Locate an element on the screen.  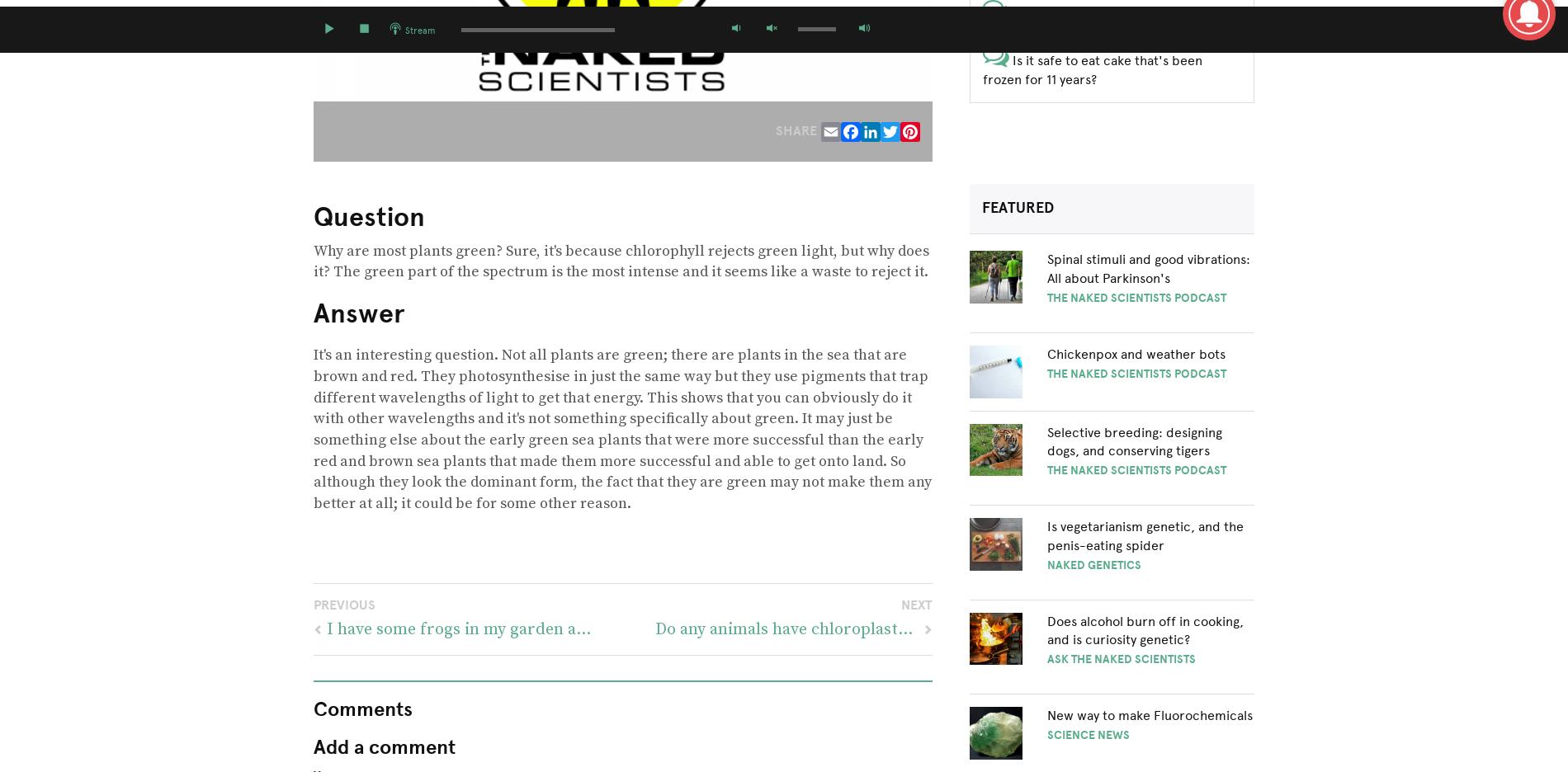
'Is it safe to eat cake that's been frozen for 11 years?' is located at coordinates (1091, 68).